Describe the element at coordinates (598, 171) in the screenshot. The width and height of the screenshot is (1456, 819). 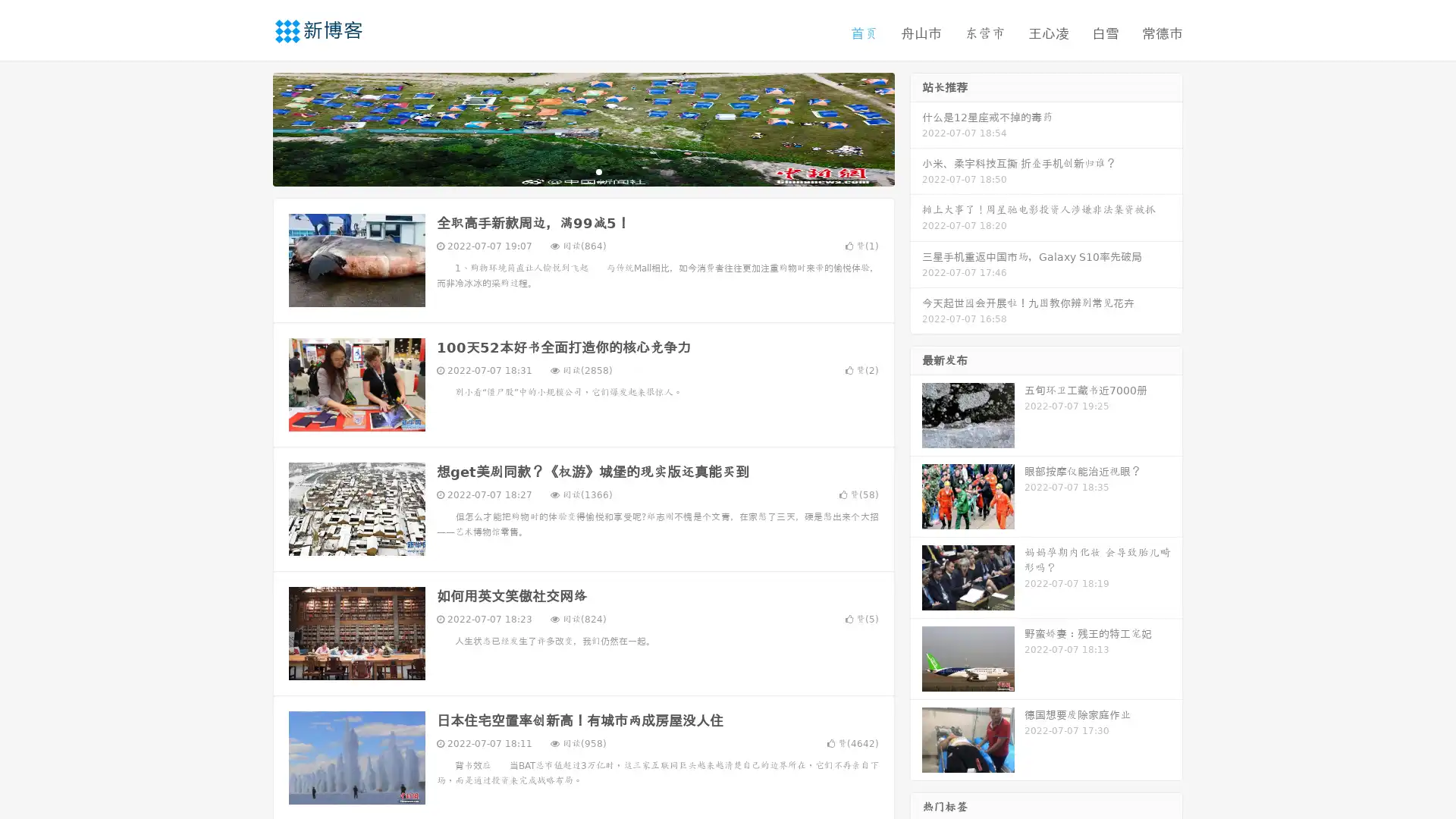
I see `Go to slide 3` at that location.